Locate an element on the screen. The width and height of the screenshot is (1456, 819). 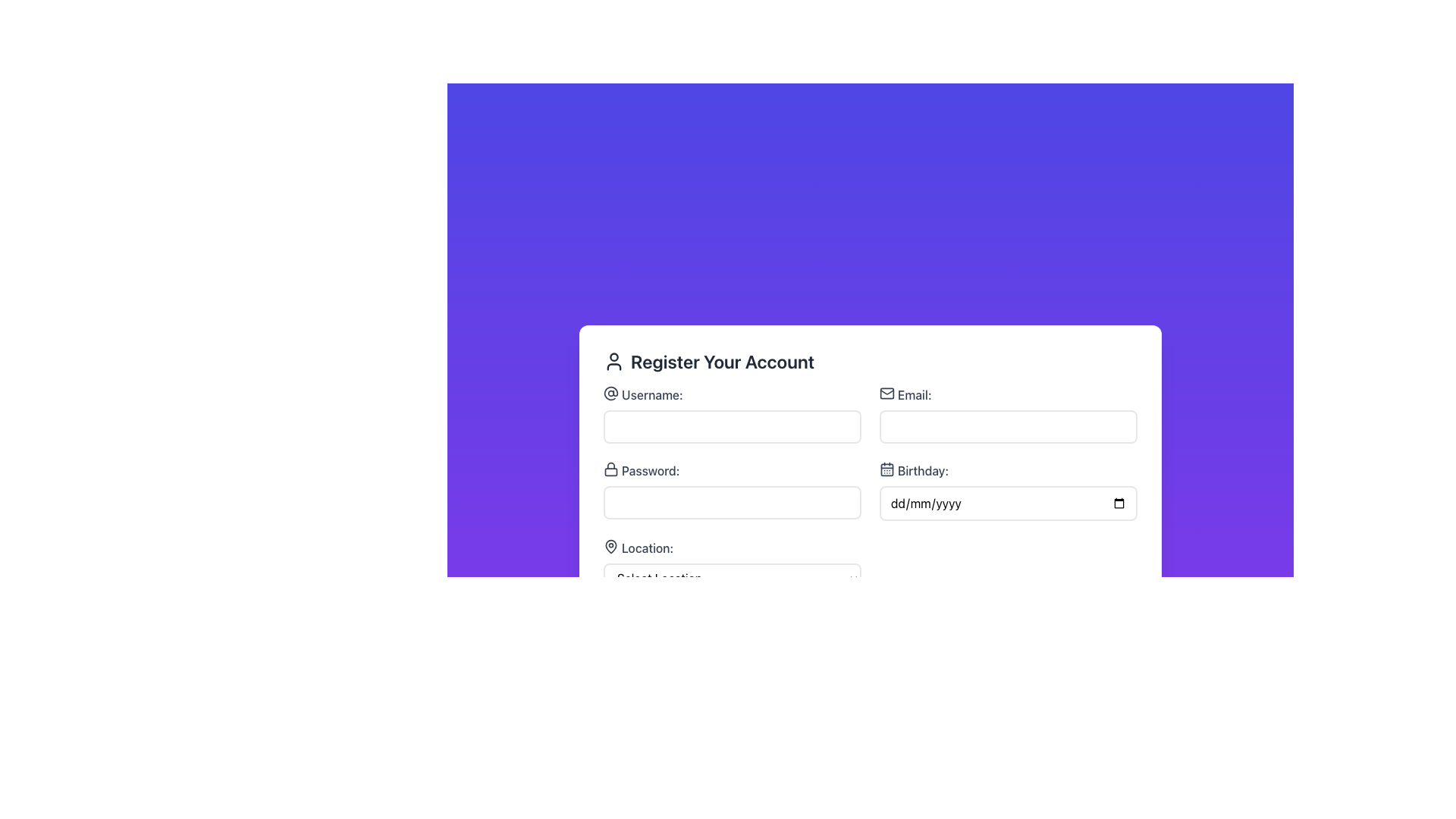
the decorative lock body element of the SVG icon, which is part of the registration form indicating security or privacy, located to the left of the 'Password:' label is located at coordinates (611, 470).